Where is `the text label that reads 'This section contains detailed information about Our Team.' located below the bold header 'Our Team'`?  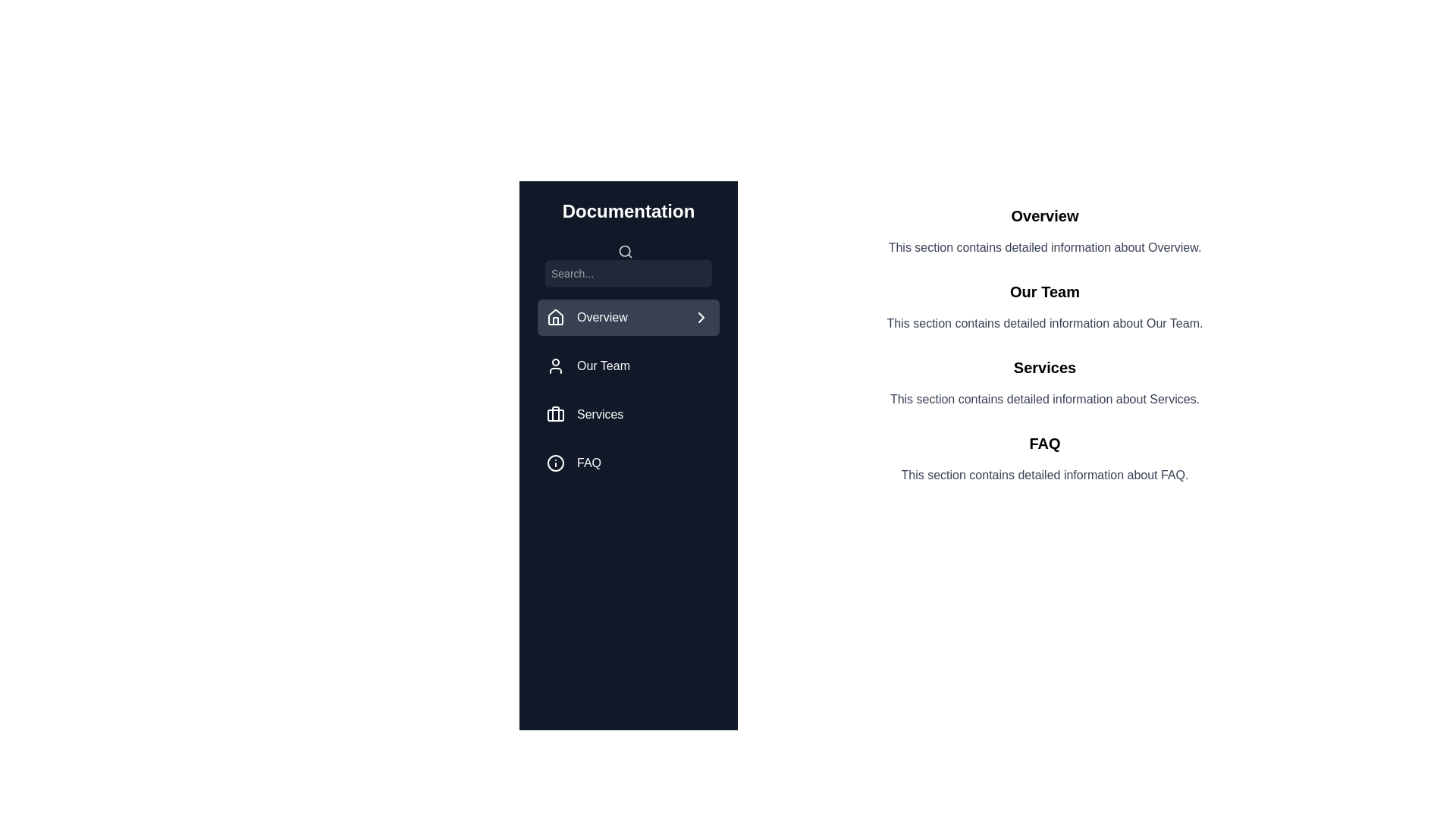
the text label that reads 'This section contains detailed information about Our Team.' located below the bold header 'Our Team' is located at coordinates (1043, 323).